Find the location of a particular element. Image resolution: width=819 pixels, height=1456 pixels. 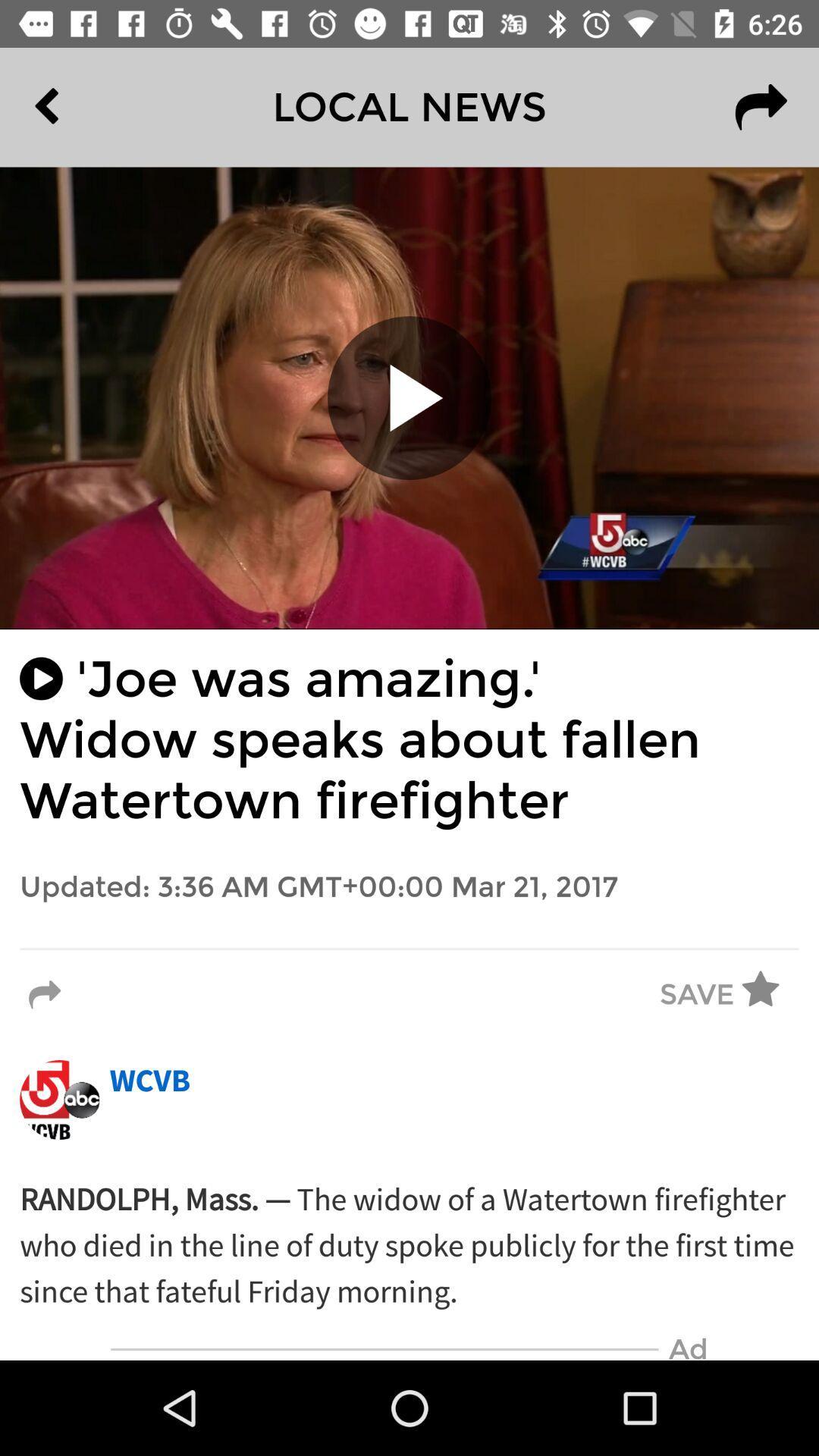

icon at the top right corner is located at coordinates (761, 106).